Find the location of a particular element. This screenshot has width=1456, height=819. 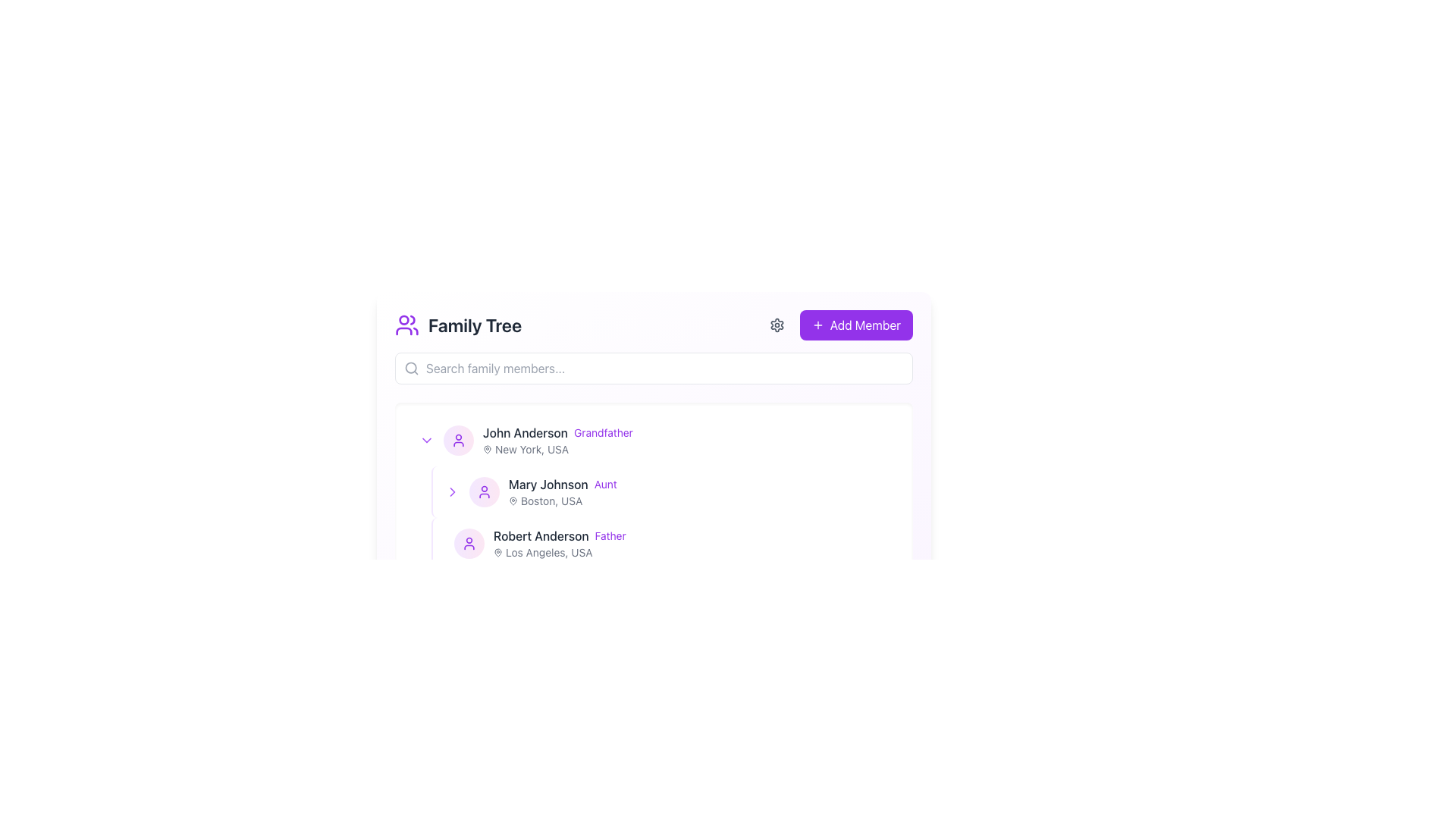

the geographical data icon indicating 'Boston, USA' located to the left of 'Mary Johnson.' is located at coordinates (513, 500).